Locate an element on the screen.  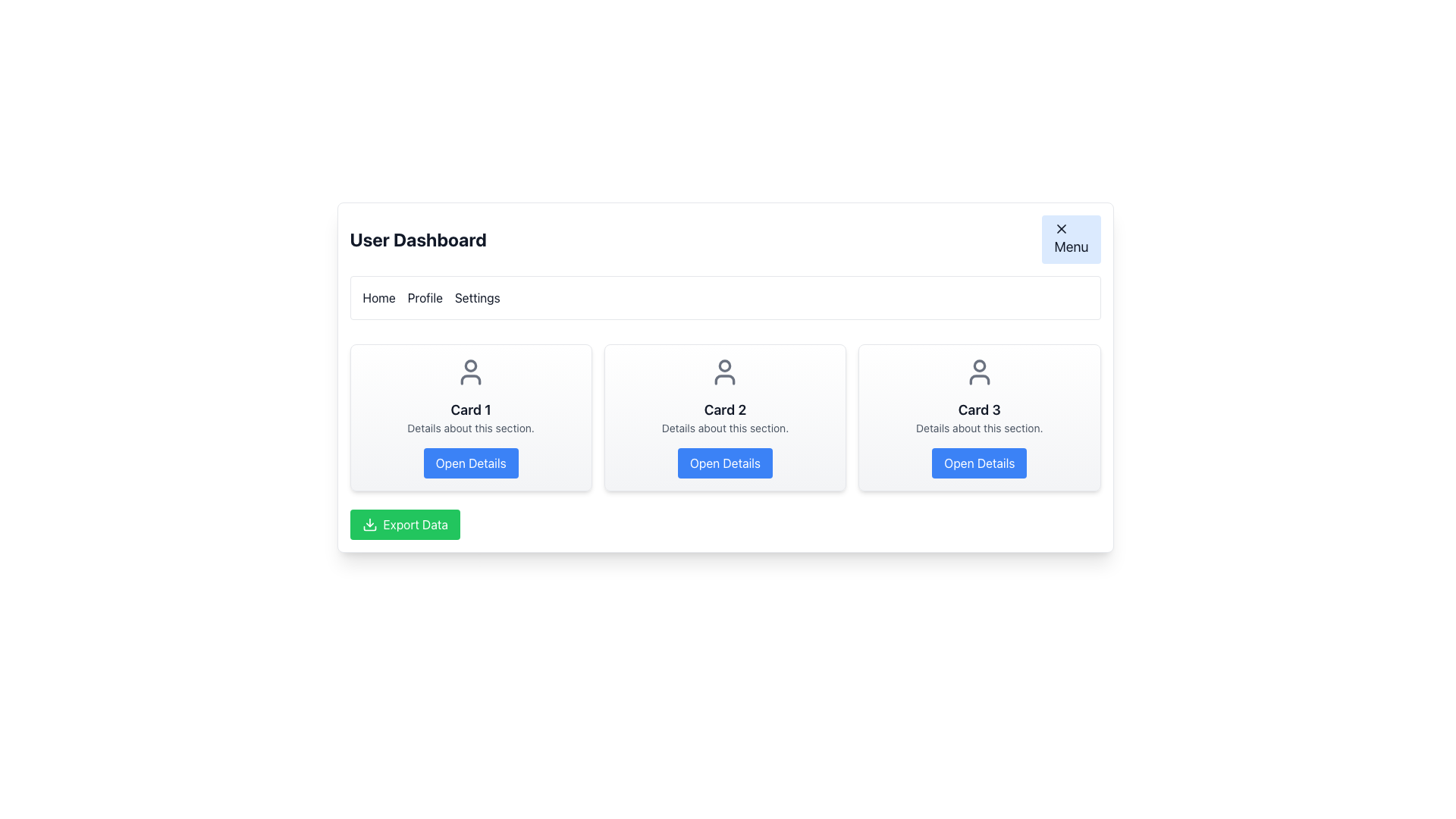
the circular avatar icon within the first card ('Card 1') in the dashboard, located at the upper-center of the card layout is located at coordinates (470, 366).